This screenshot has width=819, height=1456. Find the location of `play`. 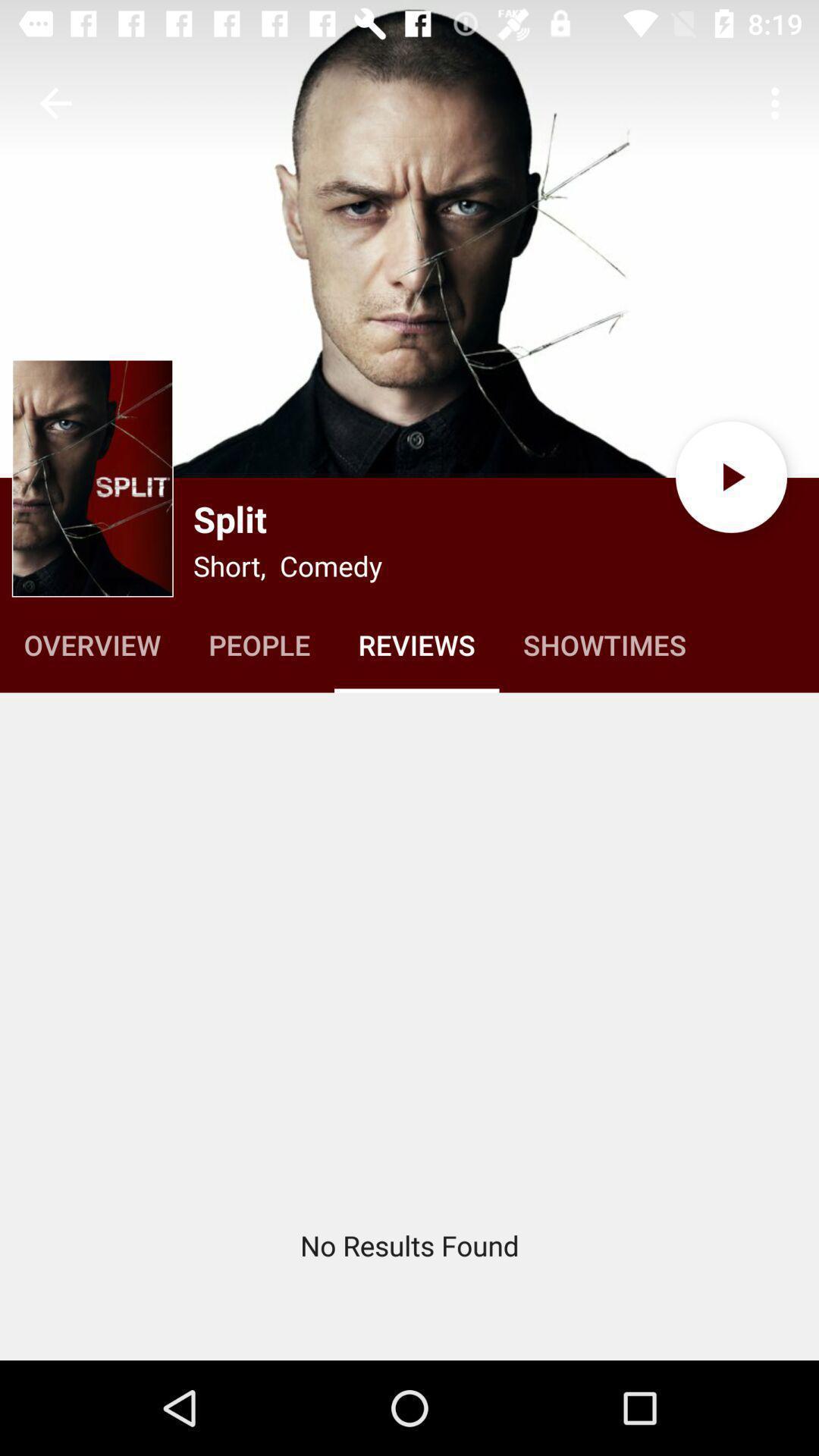

play is located at coordinates (730, 476).